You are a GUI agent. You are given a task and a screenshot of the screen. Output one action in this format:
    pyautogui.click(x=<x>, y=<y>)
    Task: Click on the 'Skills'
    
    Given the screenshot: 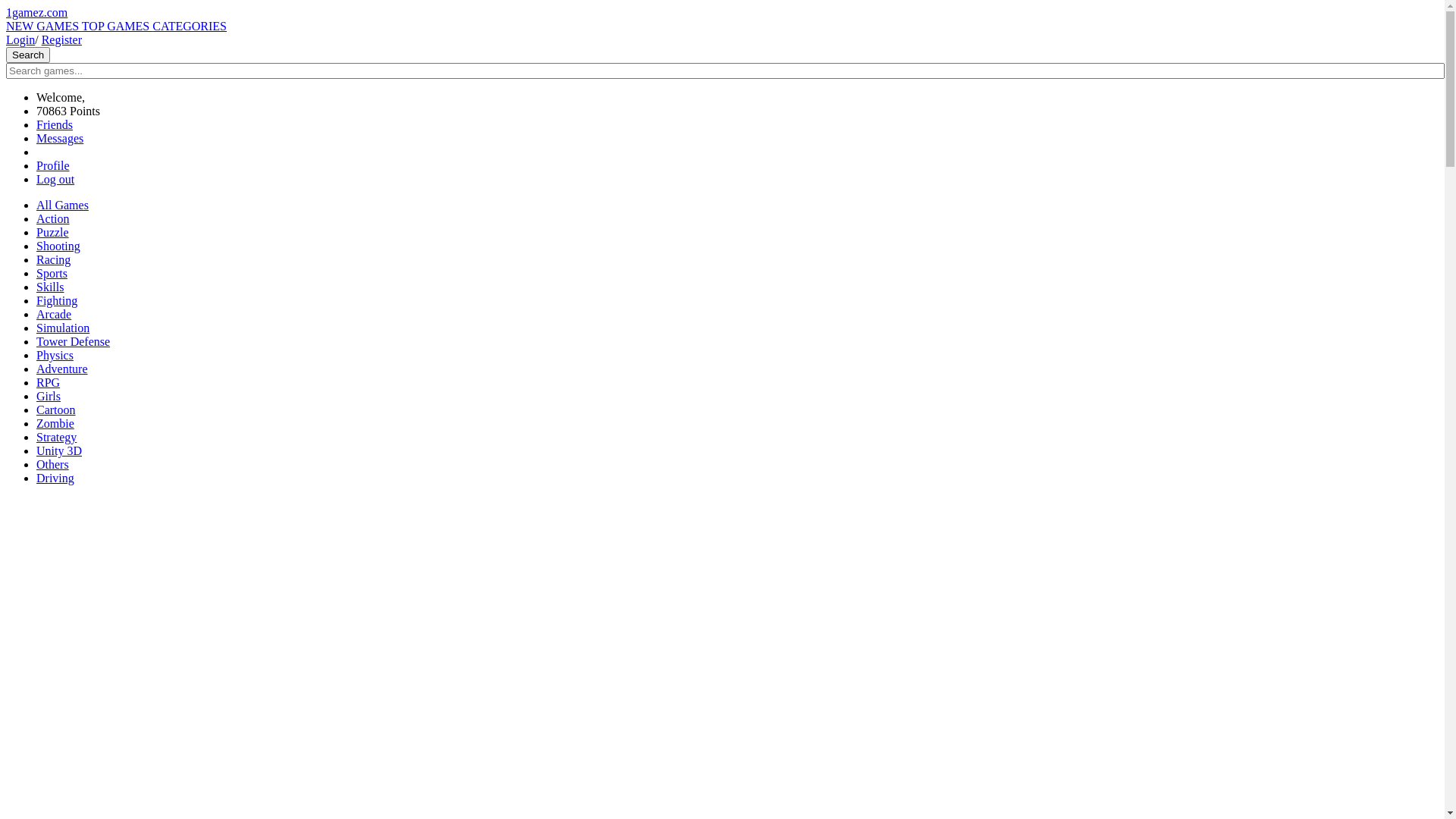 What is the action you would take?
    pyautogui.click(x=50, y=287)
    